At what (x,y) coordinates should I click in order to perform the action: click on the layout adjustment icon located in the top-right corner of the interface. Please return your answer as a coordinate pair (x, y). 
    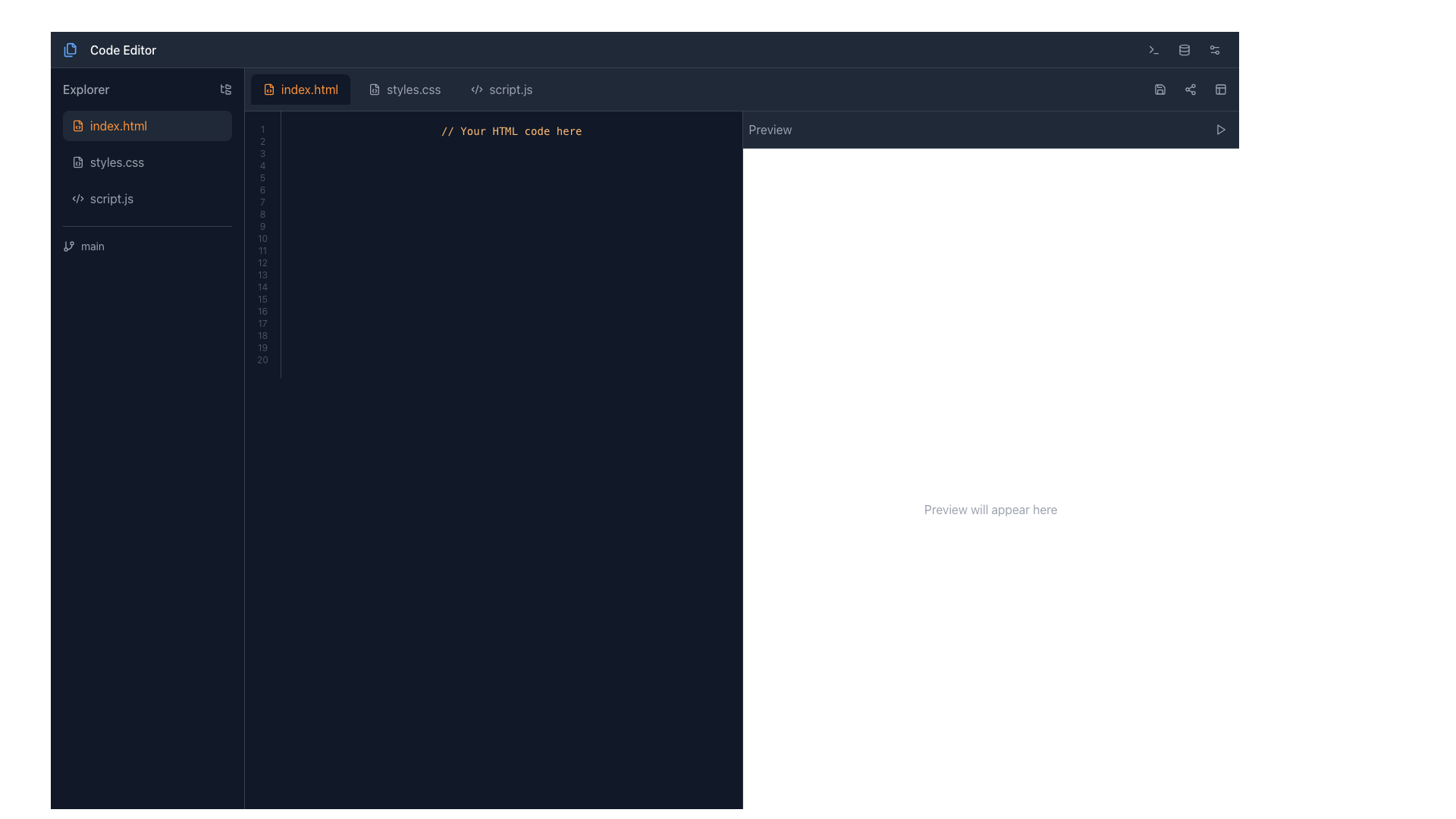
    Looking at the image, I should click on (1220, 89).